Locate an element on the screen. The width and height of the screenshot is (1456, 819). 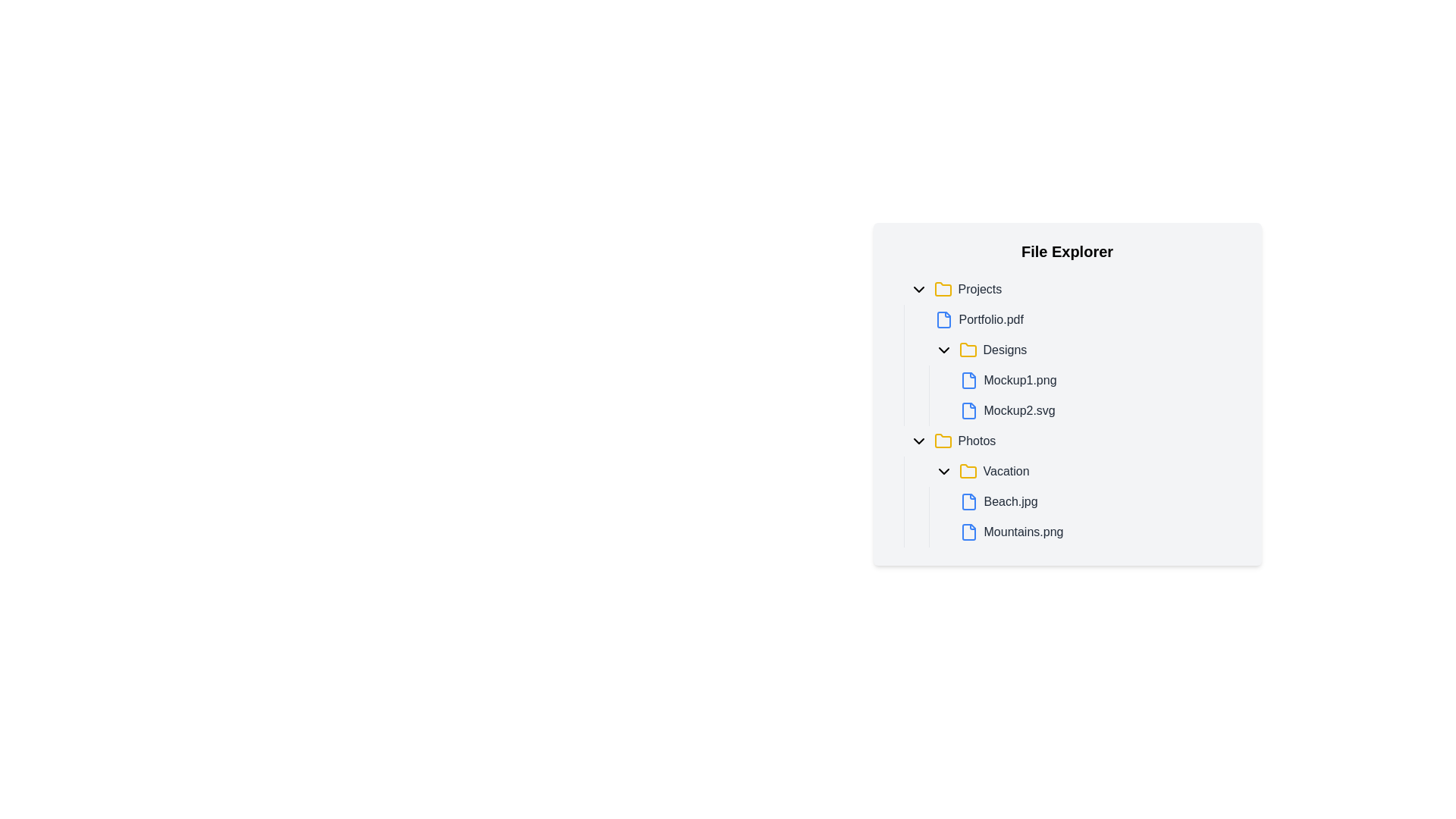
the text label identifying the file named 'Mockup2.svg' in the 'Designs' folder, positioned as the second file listed in the file explorer interface is located at coordinates (1019, 411).